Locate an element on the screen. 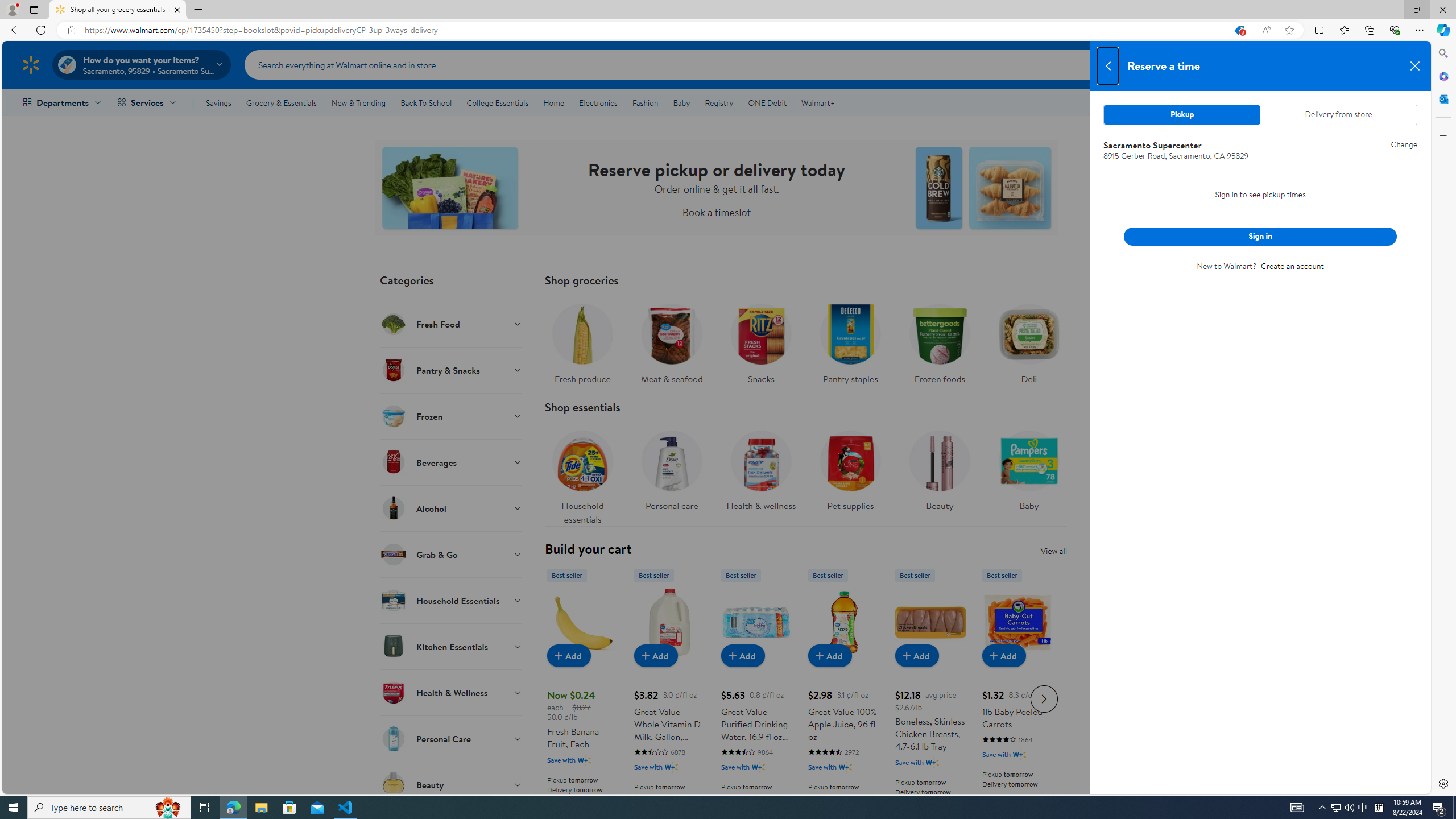  'Great Value 100% Apple Juice, 96 fl oz' is located at coordinates (843, 697).